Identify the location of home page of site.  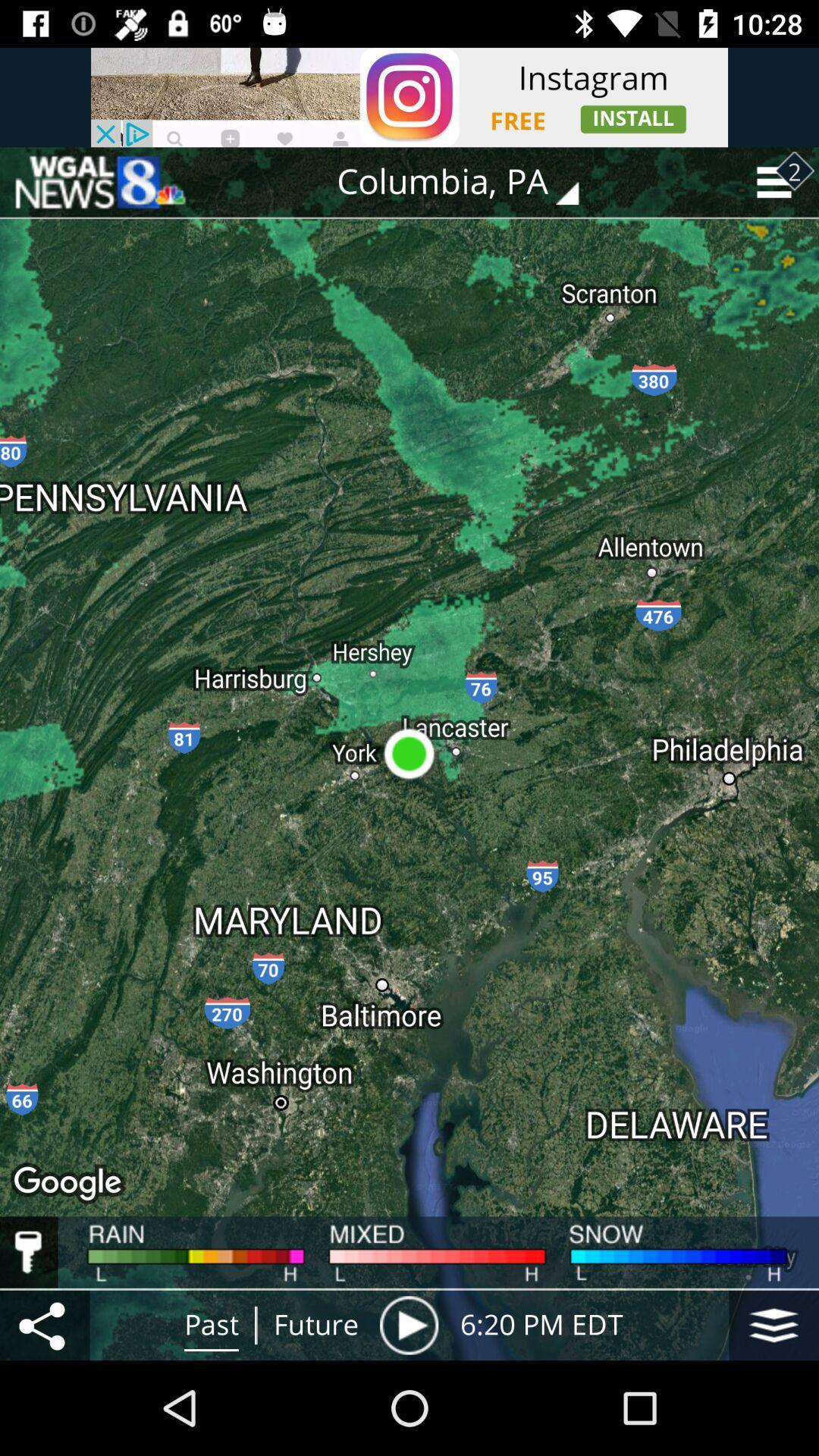
(99, 182).